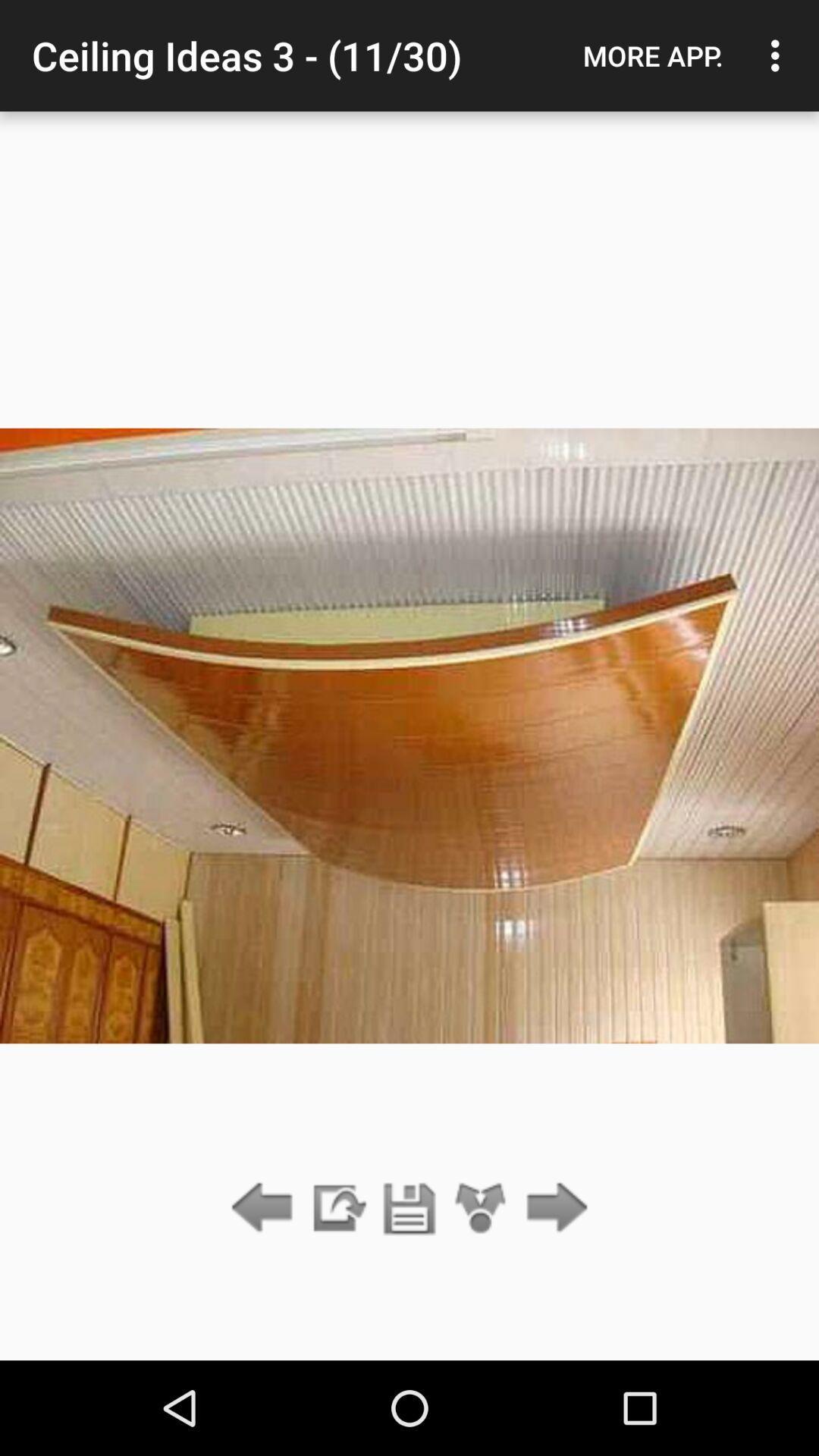 This screenshot has width=819, height=1456. I want to click on the more app. item, so click(652, 55).